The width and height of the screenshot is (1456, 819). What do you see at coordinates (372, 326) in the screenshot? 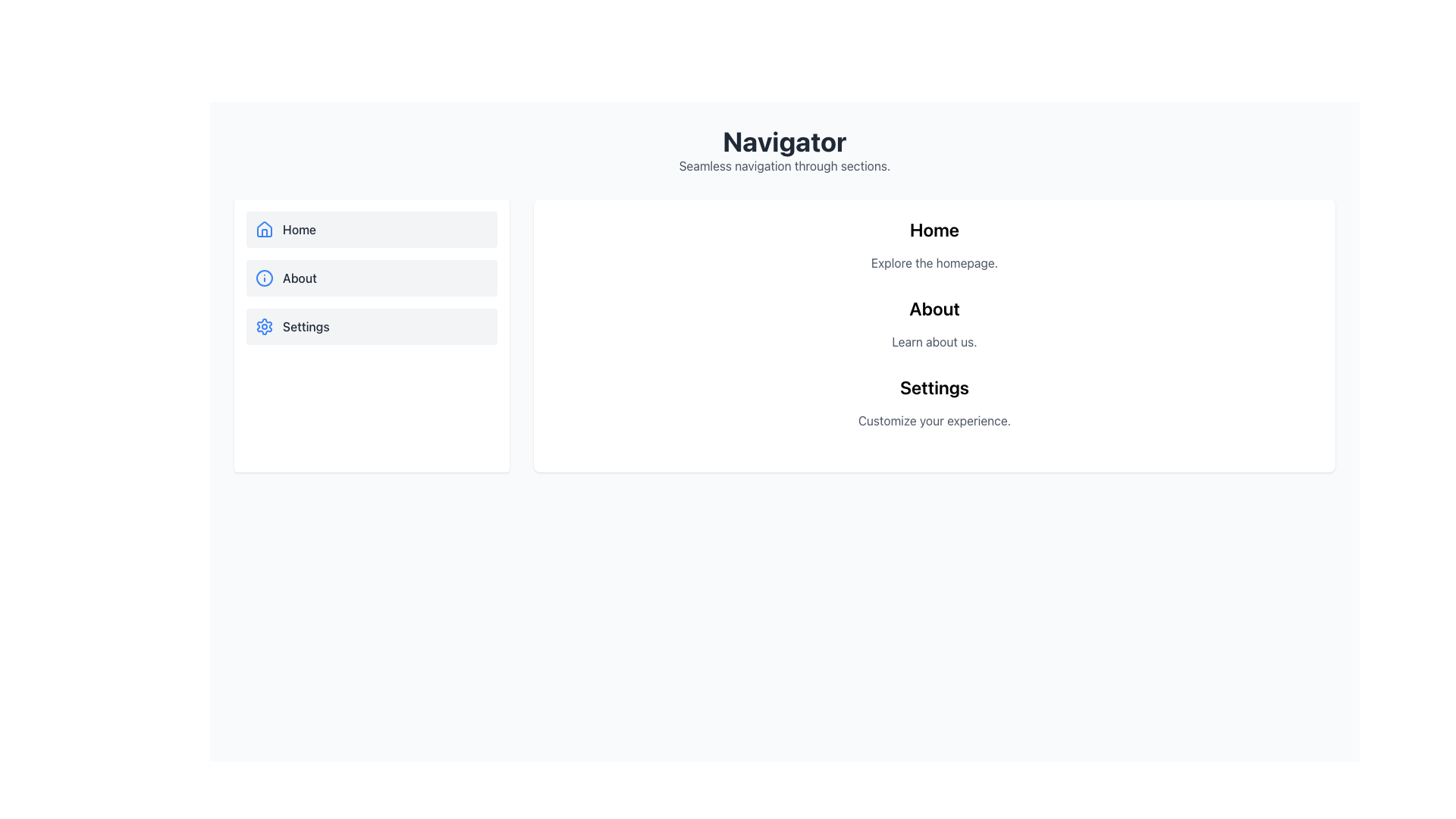
I see `the third button in the vertical list on the left pane` at bounding box center [372, 326].